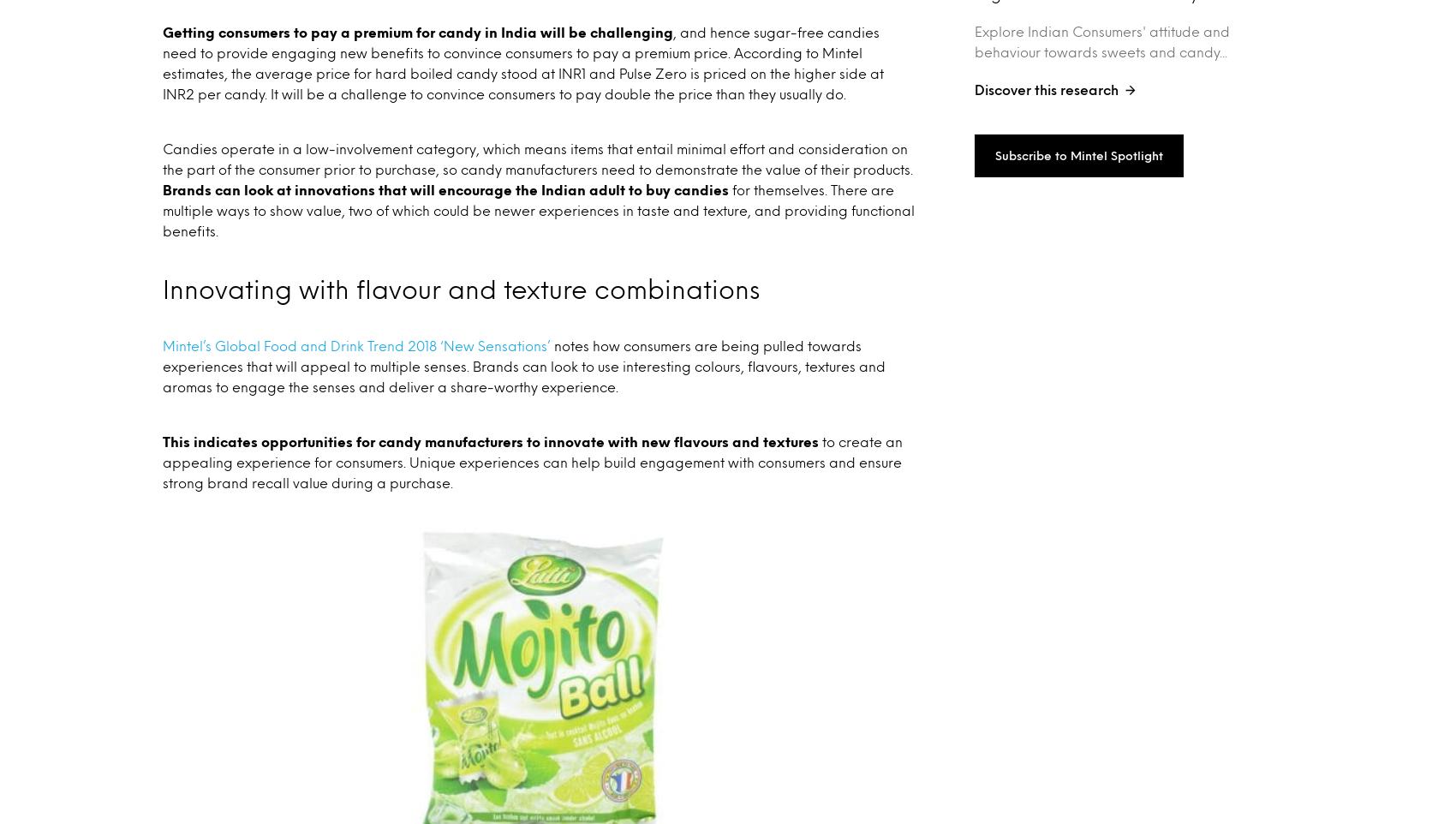 The image size is (1456, 824). Describe the element at coordinates (1137, 82) in the screenshot. I see `'Learn how financial services brands are changing their messaging and product strategies to prioritize consumer-centric value, seamless experiences, and the preferences of younger generations.'` at that location.